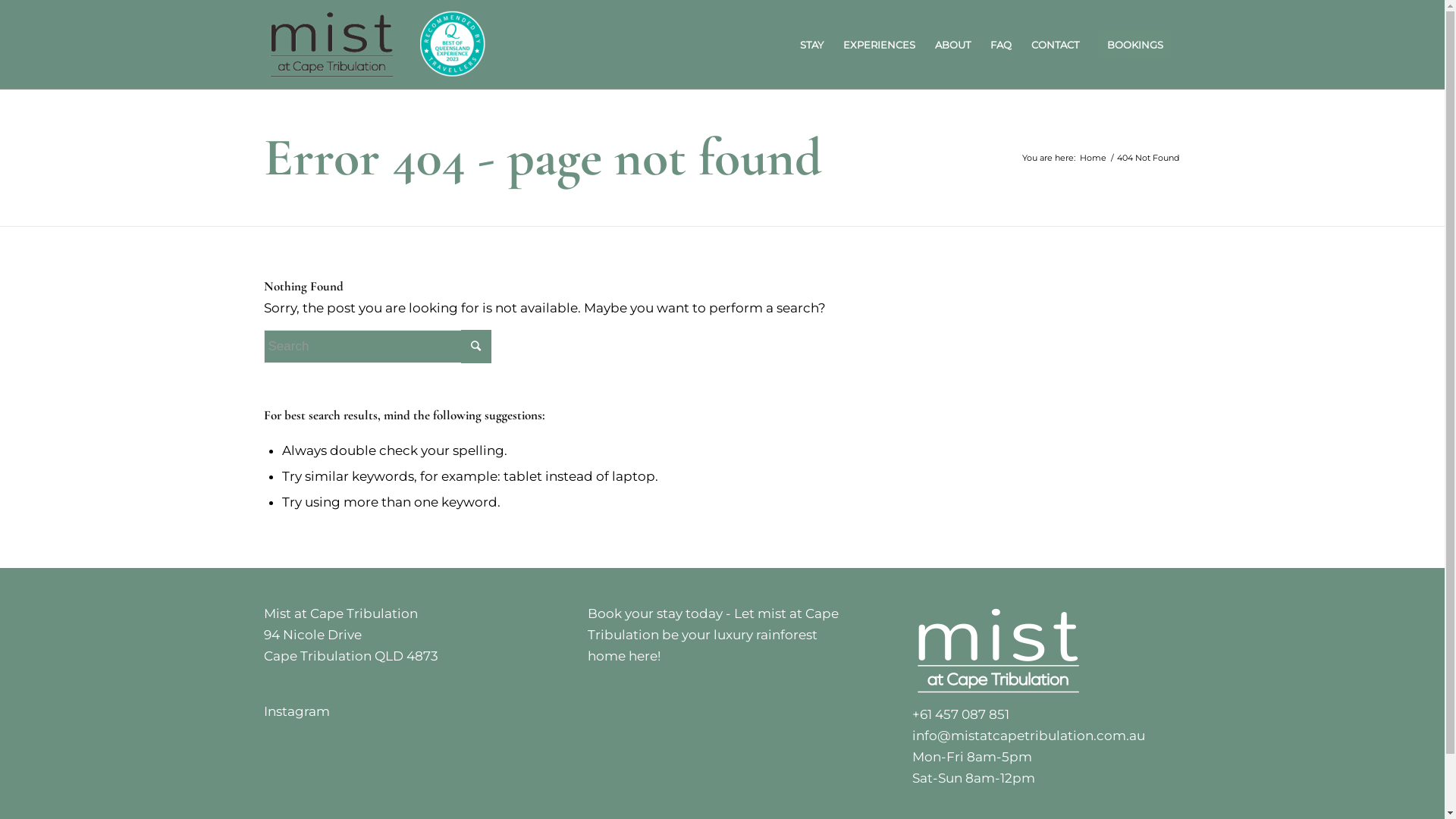 Image resolution: width=1456 pixels, height=819 pixels. Describe the element at coordinates (297, 711) in the screenshot. I see `'Instagram'` at that location.